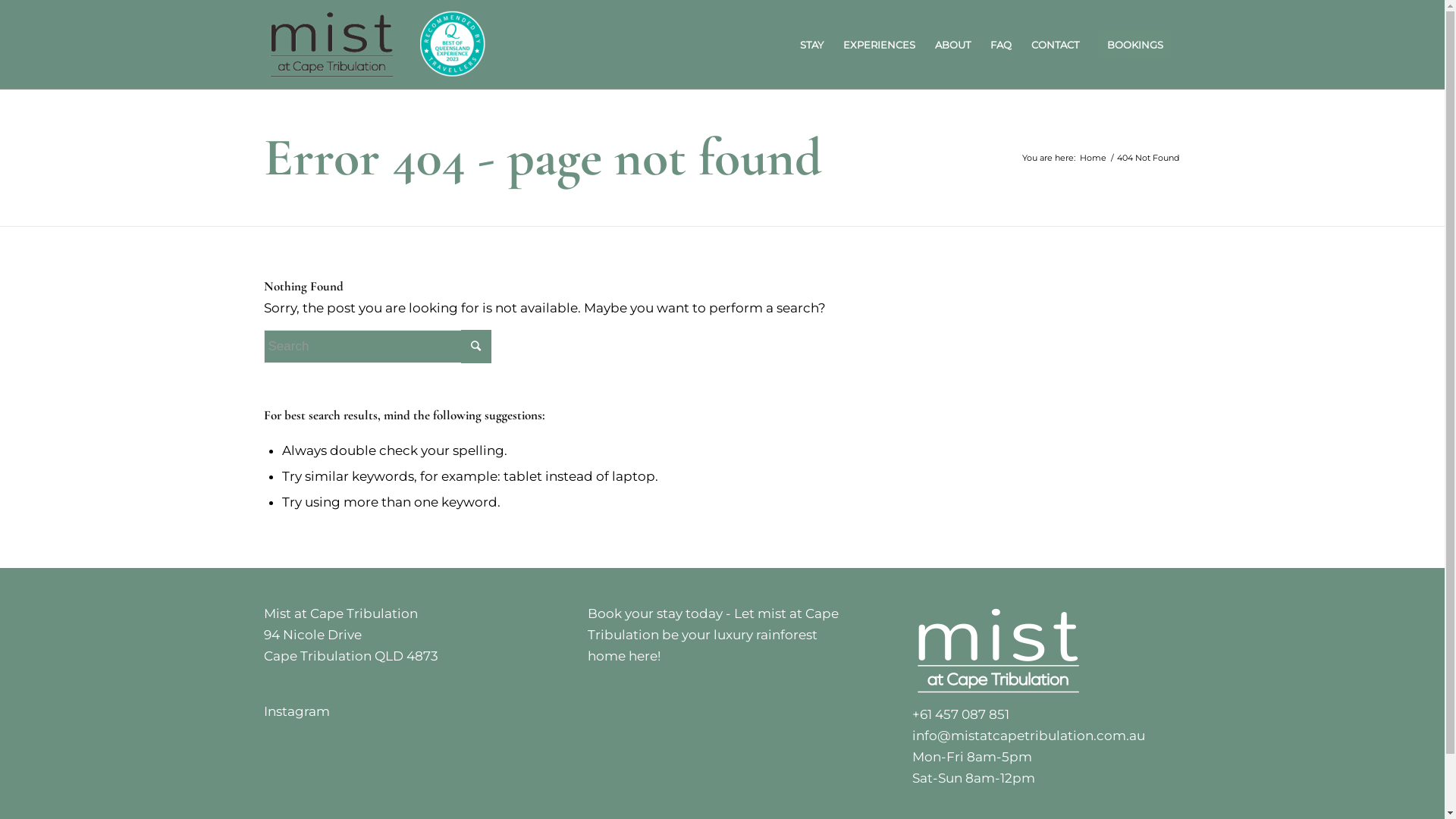 Image resolution: width=1456 pixels, height=819 pixels. Describe the element at coordinates (297, 711) in the screenshot. I see `'Instagram'` at that location.